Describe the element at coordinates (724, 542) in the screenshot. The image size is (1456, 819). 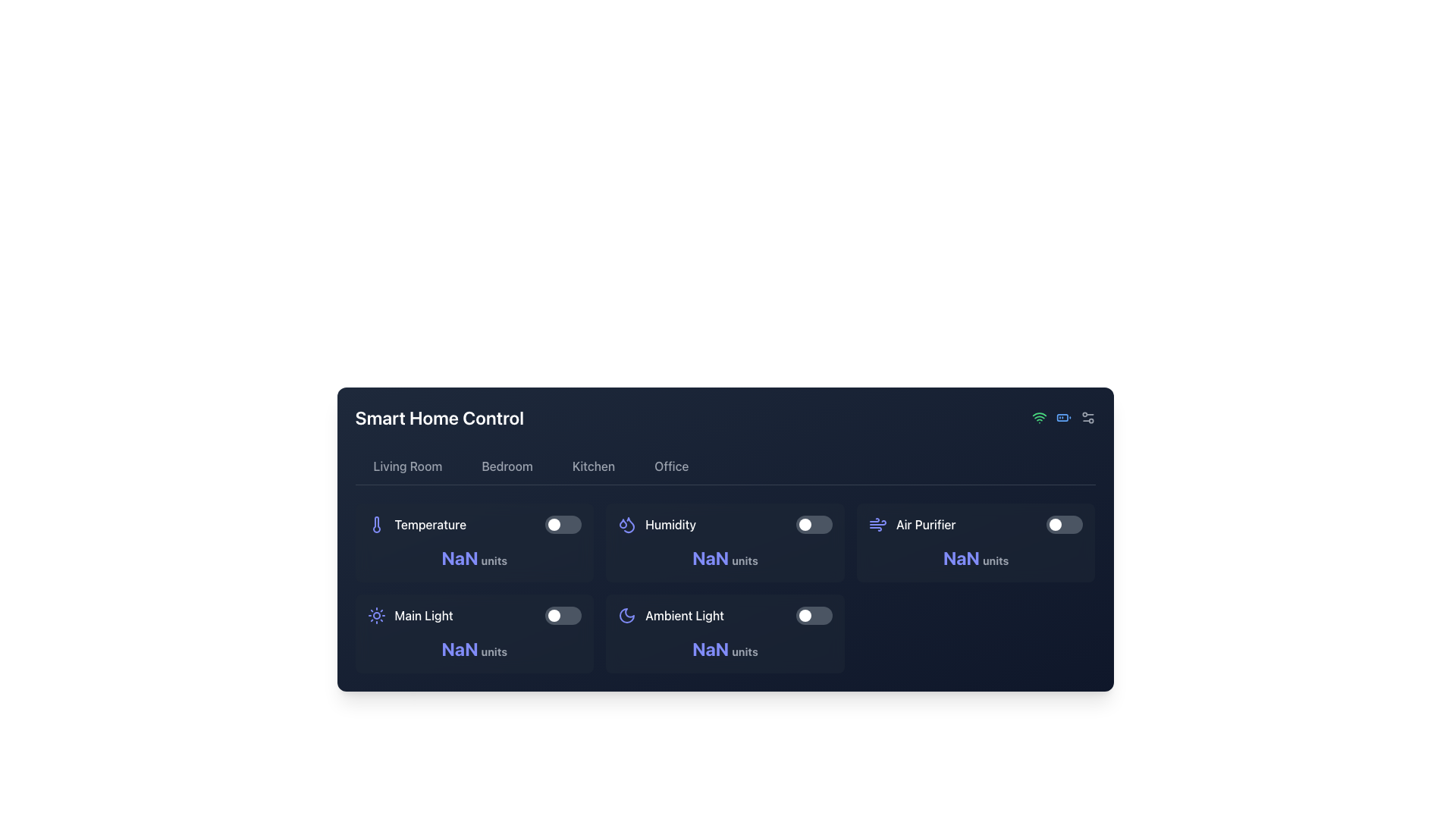
I see `the humidity informational card, which is the second item in a grid layout, displaying a NaN value` at that location.